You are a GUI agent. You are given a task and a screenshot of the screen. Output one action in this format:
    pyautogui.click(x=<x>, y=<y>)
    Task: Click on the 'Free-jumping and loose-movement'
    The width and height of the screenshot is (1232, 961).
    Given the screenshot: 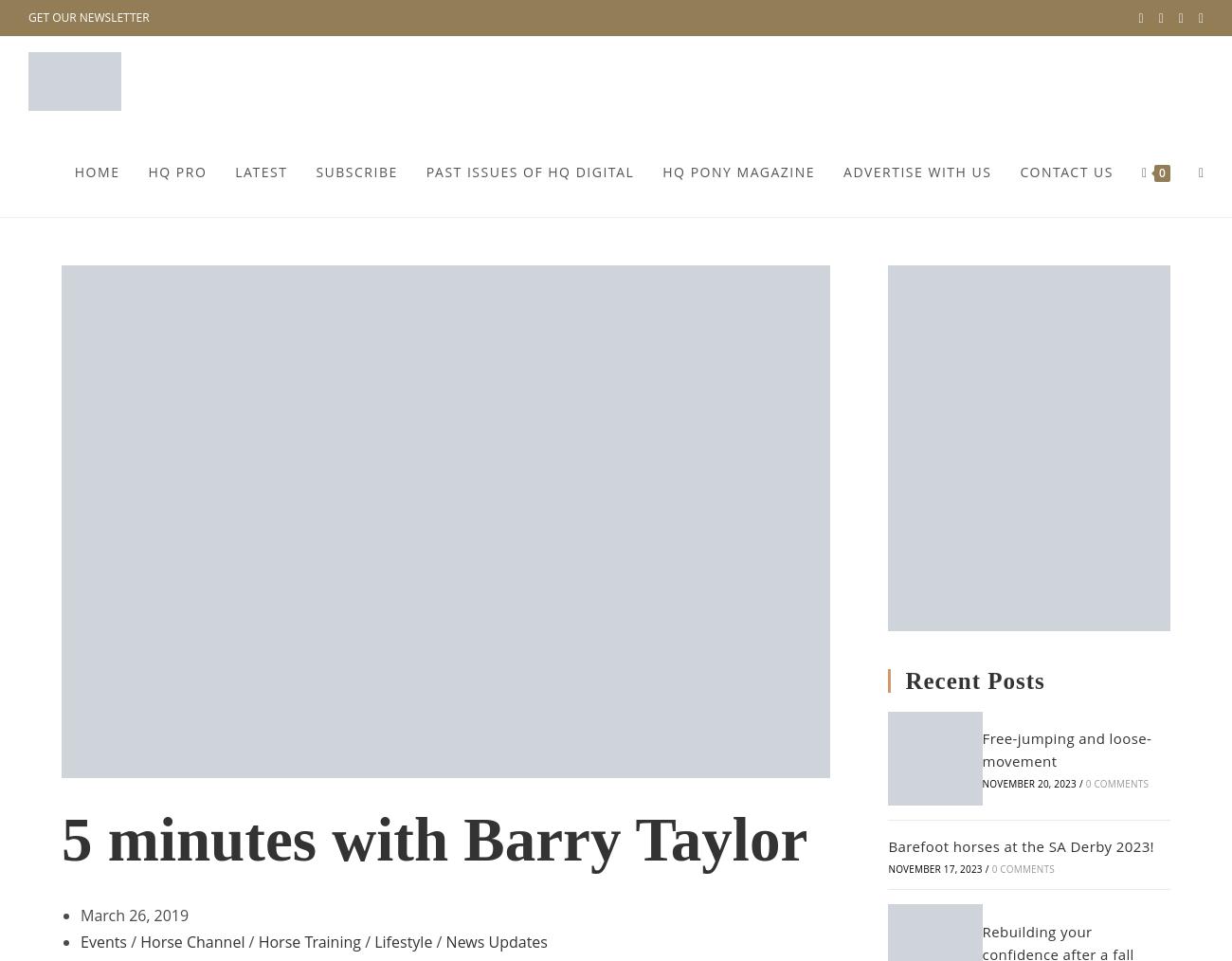 What is the action you would take?
    pyautogui.click(x=1065, y=750)
    